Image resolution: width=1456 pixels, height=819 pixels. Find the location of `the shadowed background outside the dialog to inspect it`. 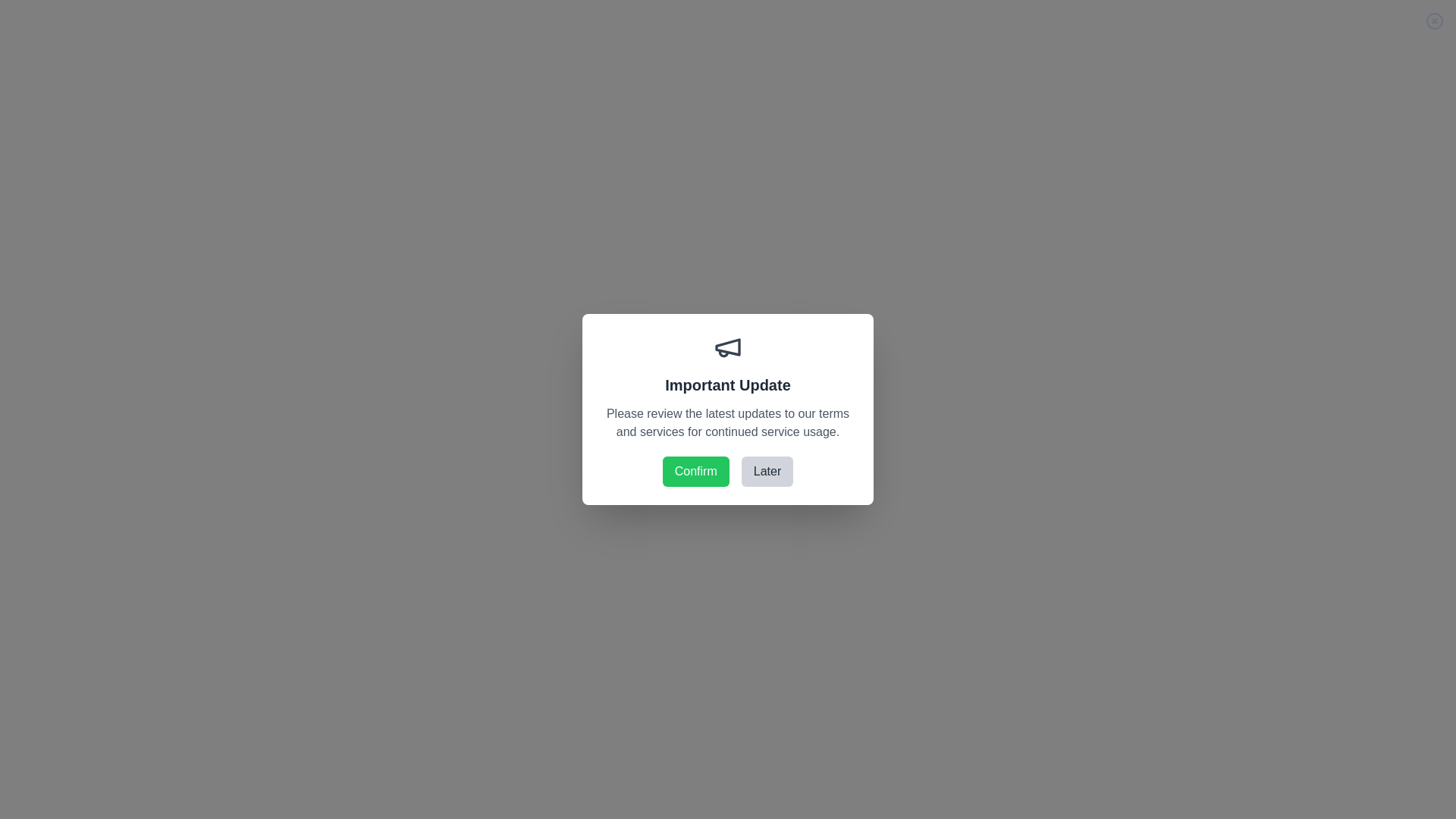

the shadowed background outside the dialog to inspect it is located at coordinates (728, 409).